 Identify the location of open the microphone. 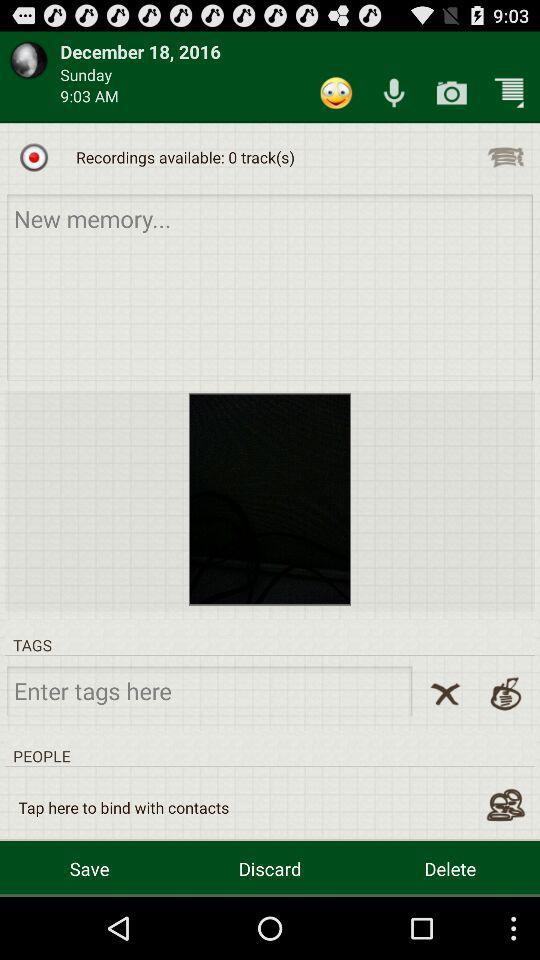
(394, 93).